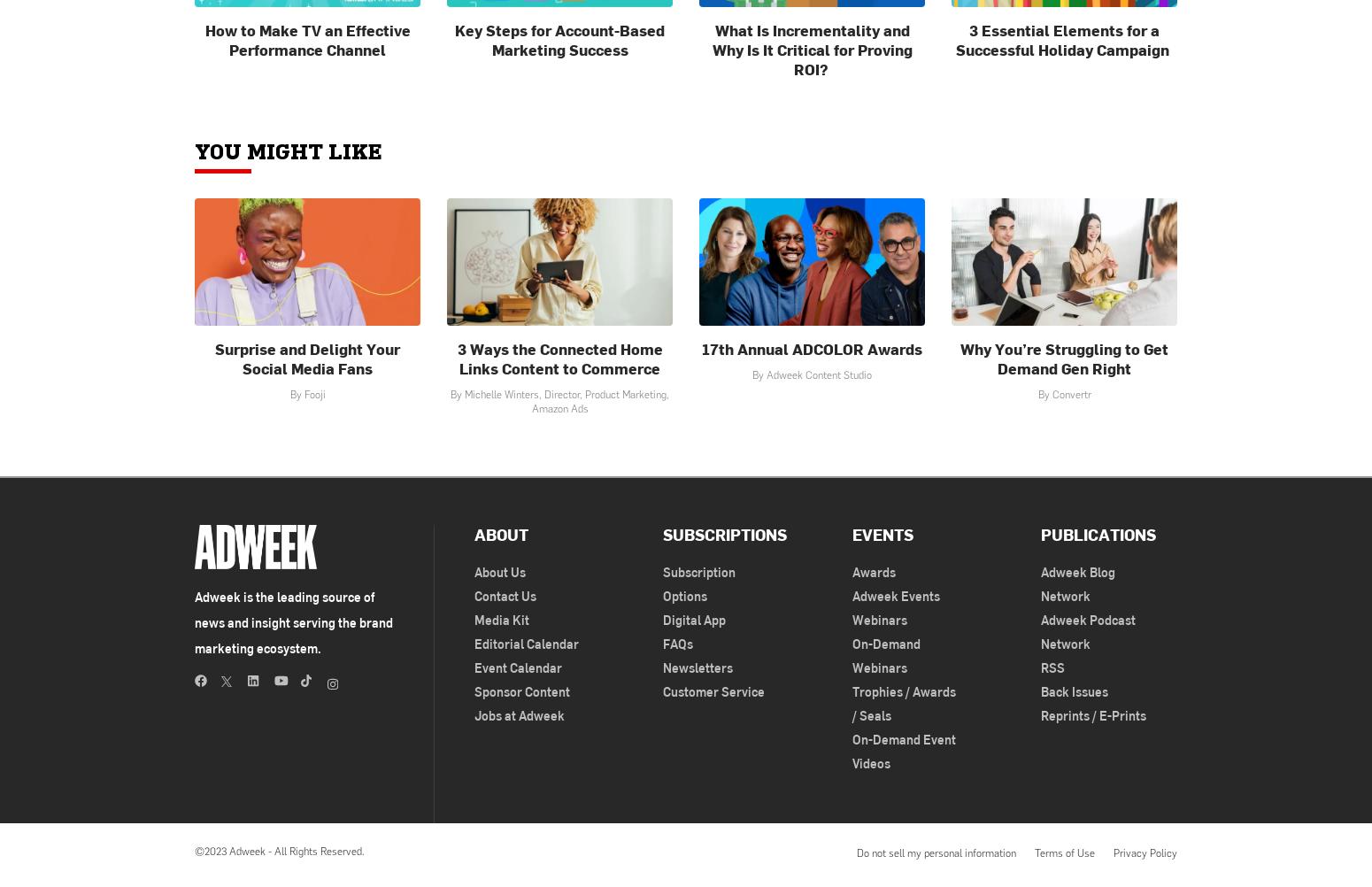 The width and height of the screenshot is (1372, 887). What do you see at coordinates (722, 533) in the screenshot?
I see `'Subscriptions'` at bounding box center [722, 533].